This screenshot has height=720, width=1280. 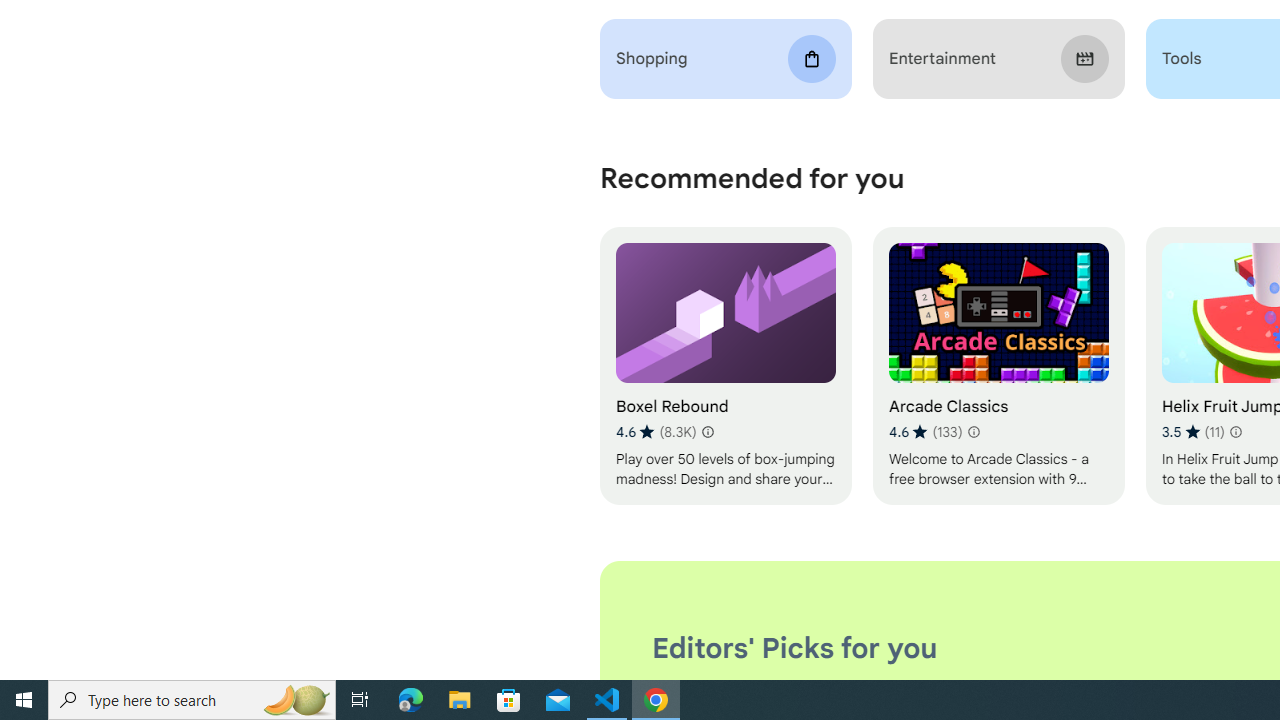 I want to click on 'Shopping', so click(x=724, y=58).